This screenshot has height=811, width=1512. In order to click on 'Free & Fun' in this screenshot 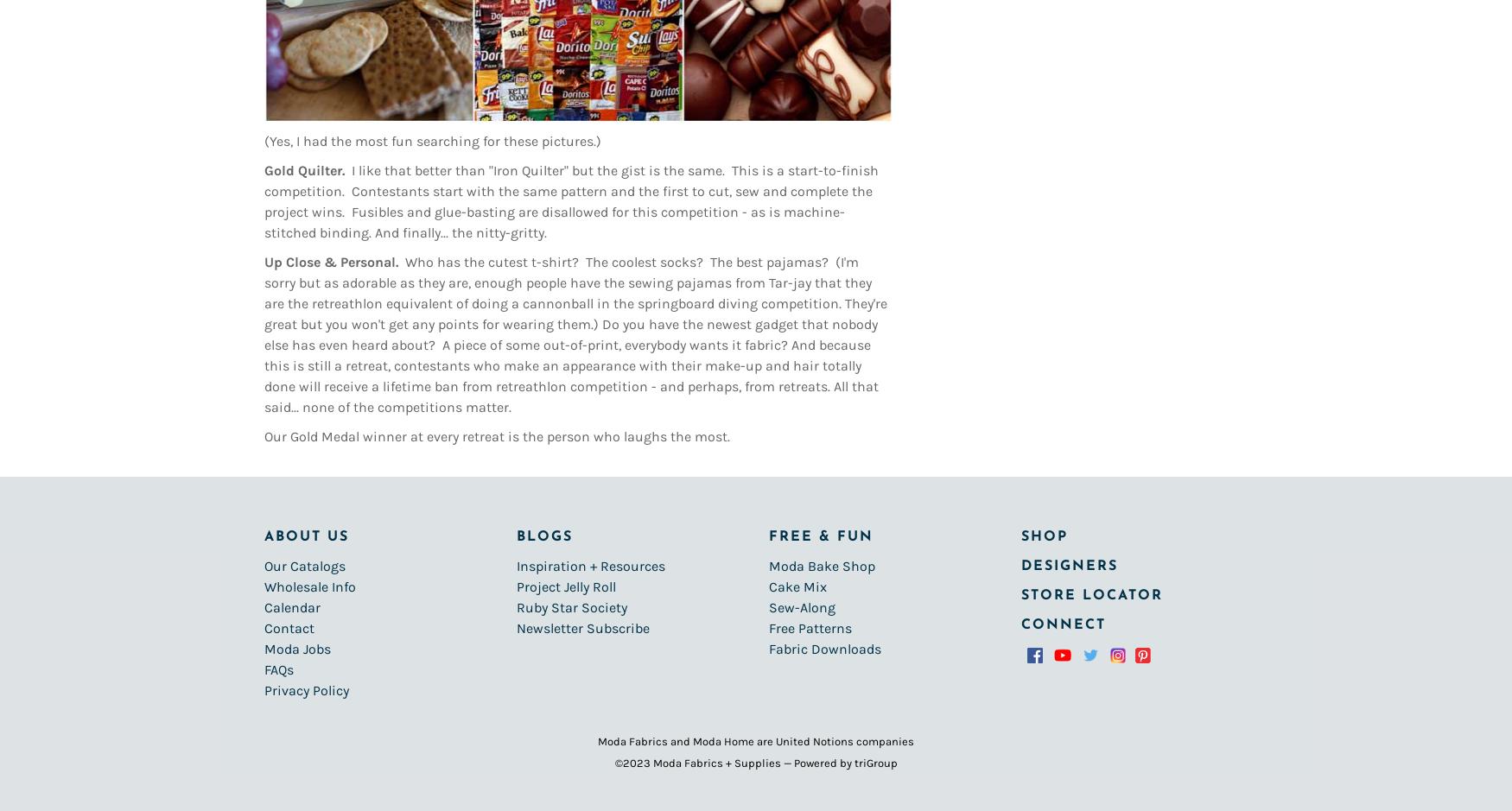, I will do `click(768, 535)`.